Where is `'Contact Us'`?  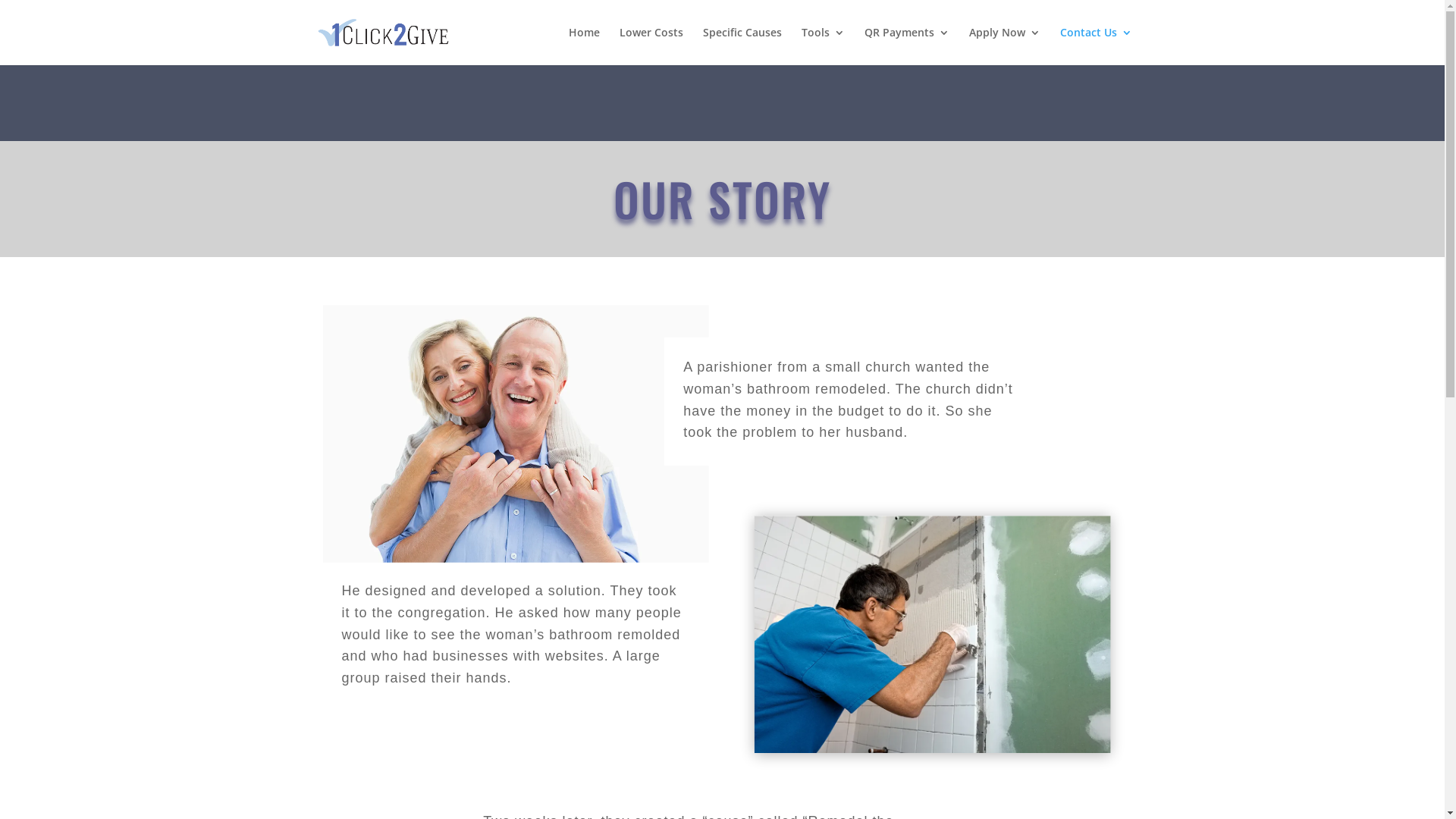 'Contact Us' is located at coordinates (1096, 45).